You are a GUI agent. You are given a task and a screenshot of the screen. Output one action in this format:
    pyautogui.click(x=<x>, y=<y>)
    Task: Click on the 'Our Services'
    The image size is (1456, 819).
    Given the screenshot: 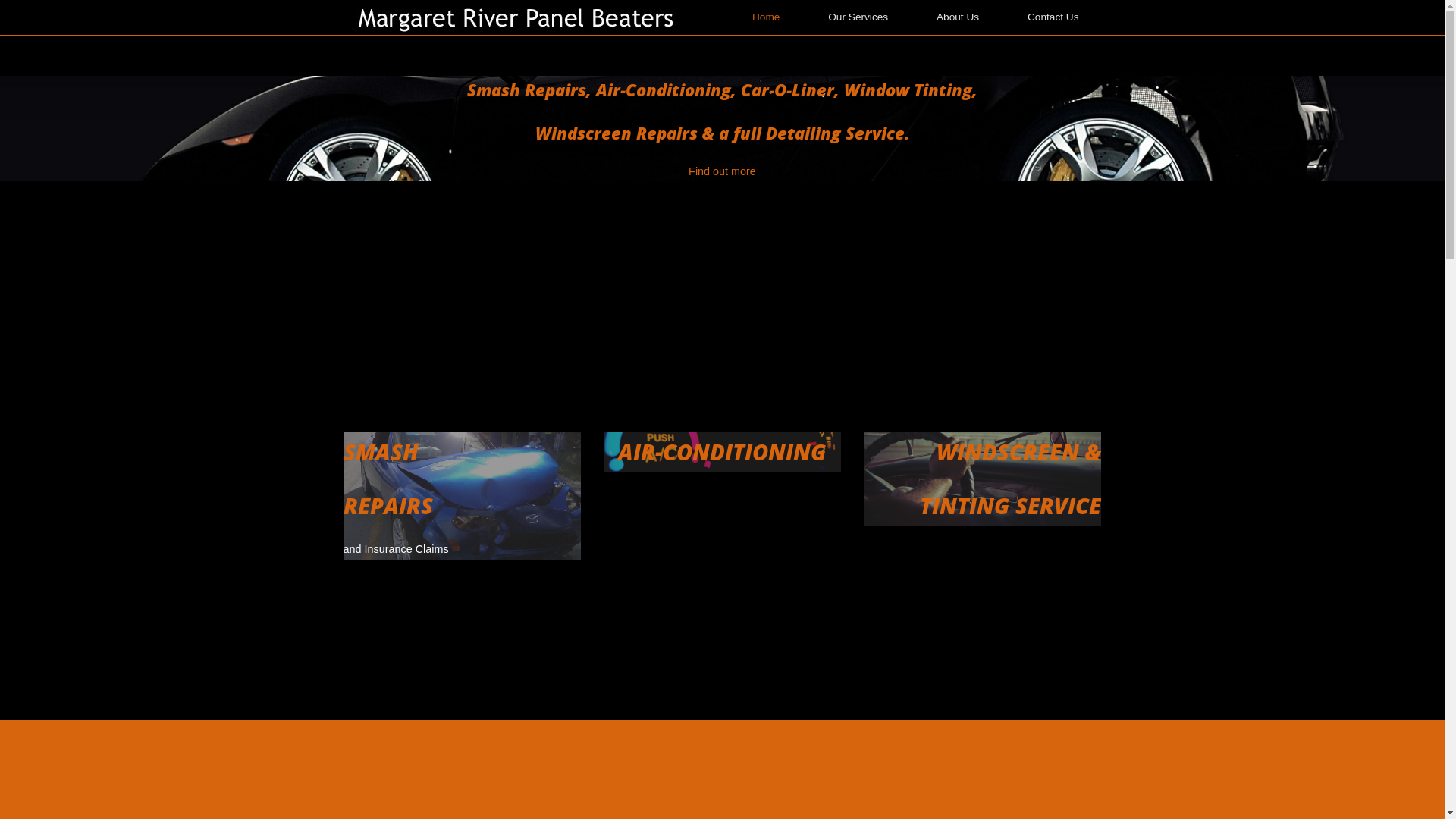 What is the action you would take?
    pyautogui.click(x=858, y=17)
    